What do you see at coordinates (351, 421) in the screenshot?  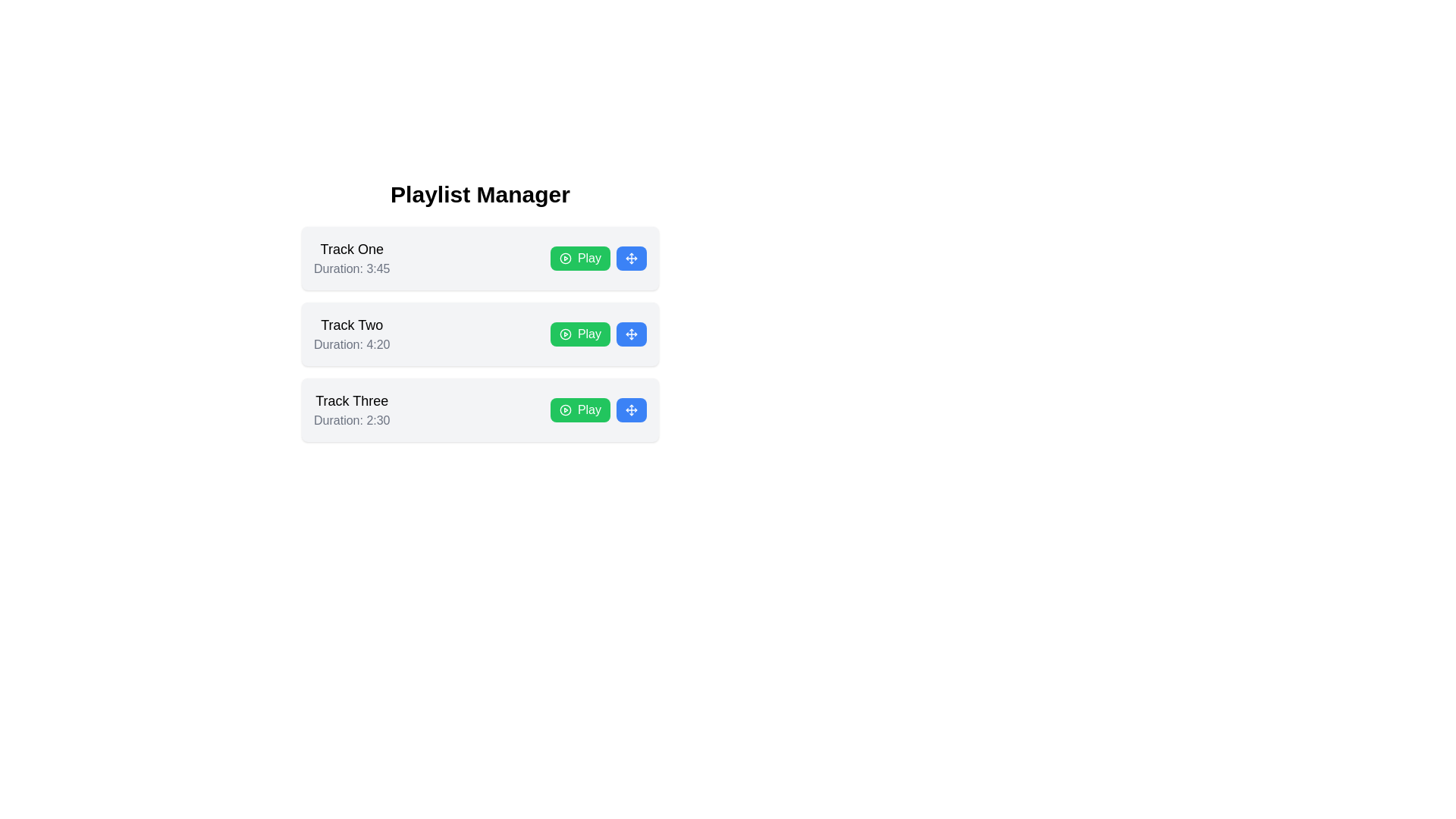 I see `the text label displaying 'Duration: 2:30' located below 'Track Three' in the third track section of the playlist display` at bounding box center [351, 421].